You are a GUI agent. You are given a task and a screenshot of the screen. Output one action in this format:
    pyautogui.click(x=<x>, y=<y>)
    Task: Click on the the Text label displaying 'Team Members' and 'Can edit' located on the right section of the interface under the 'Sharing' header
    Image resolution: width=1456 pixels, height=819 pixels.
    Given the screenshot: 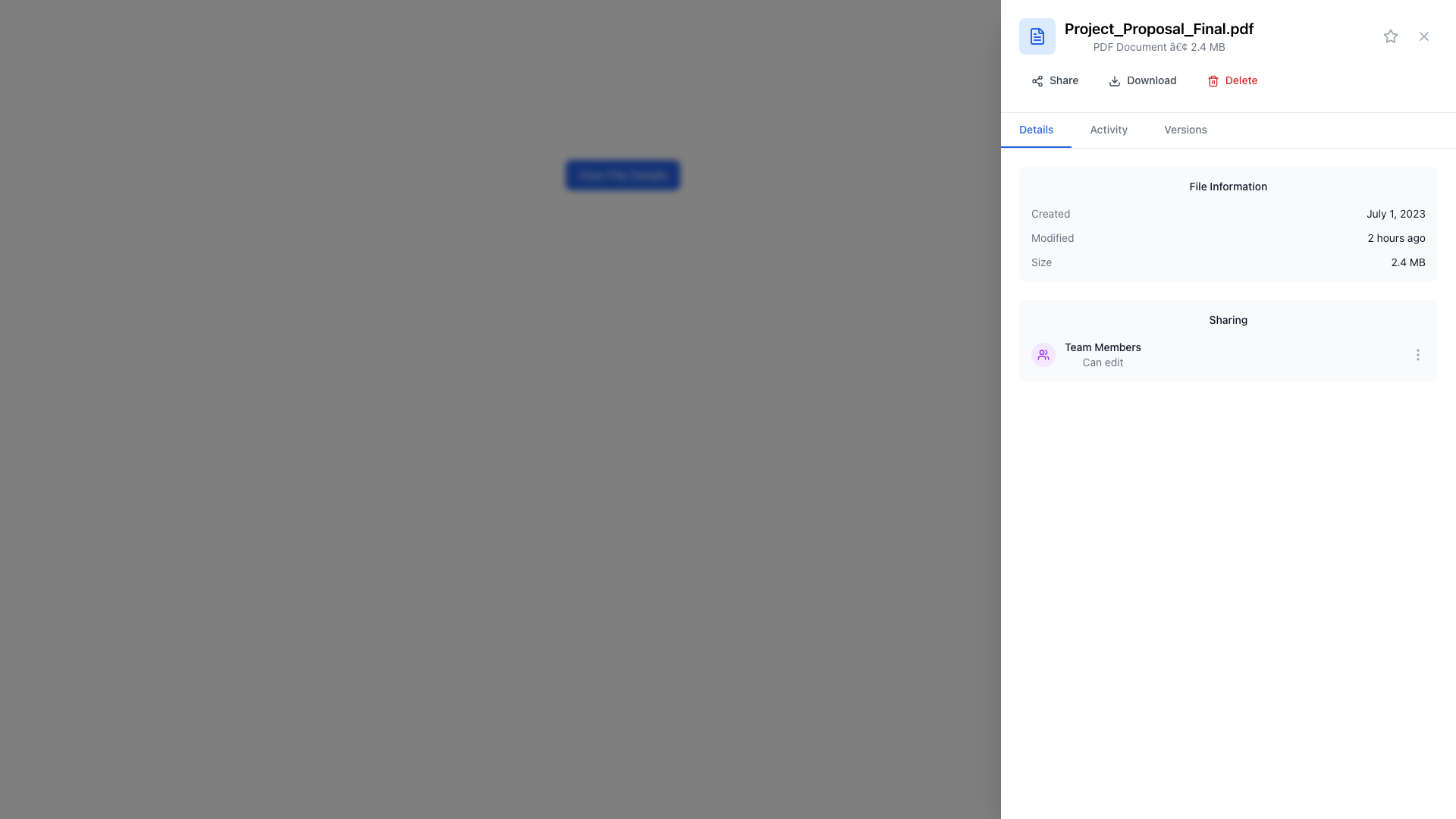 What is the action you would take?
    pyautogui.click(x=1103, y=354)
    